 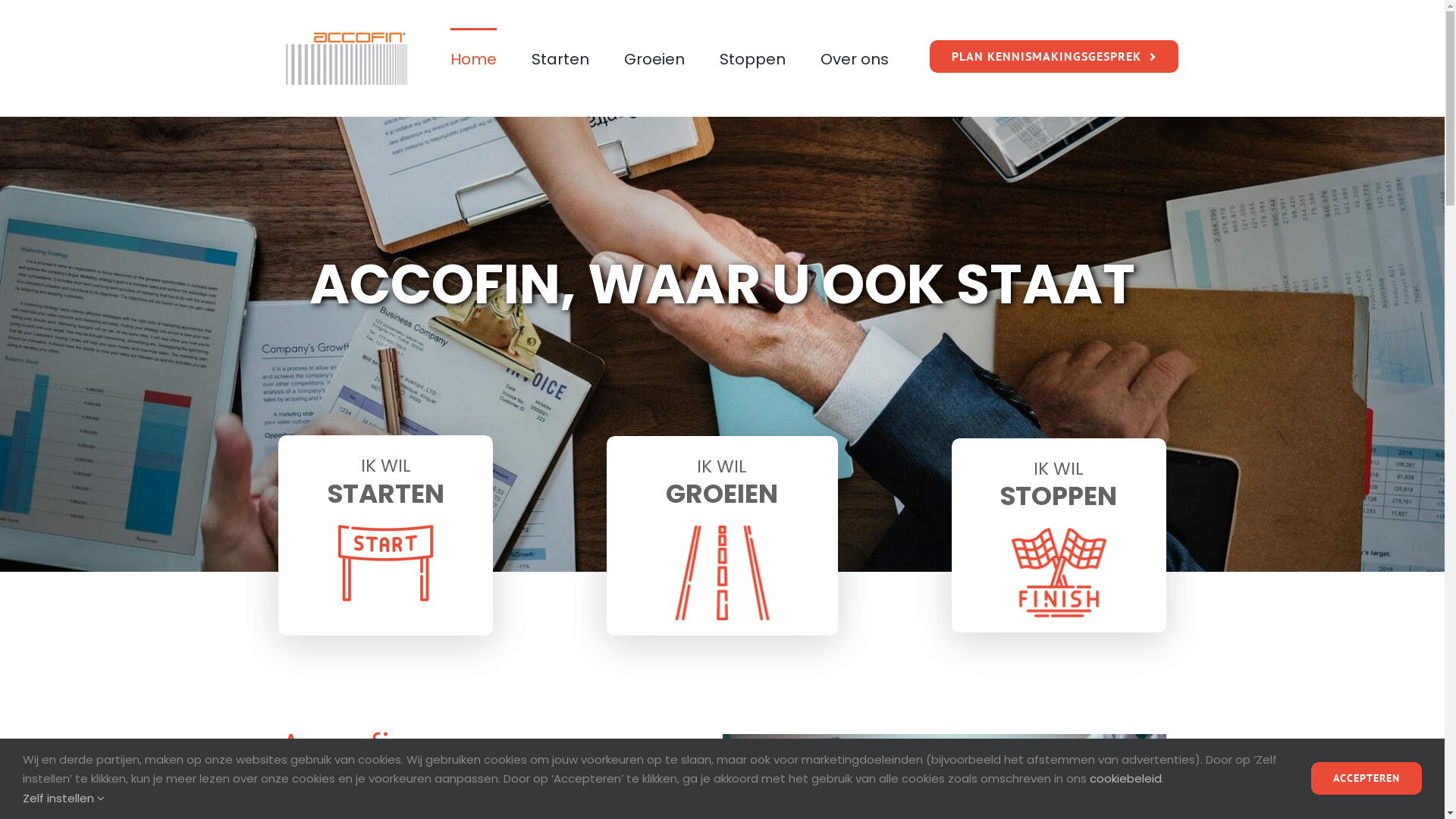 I want to click on 'Groeien', so click(x=654, y=58).